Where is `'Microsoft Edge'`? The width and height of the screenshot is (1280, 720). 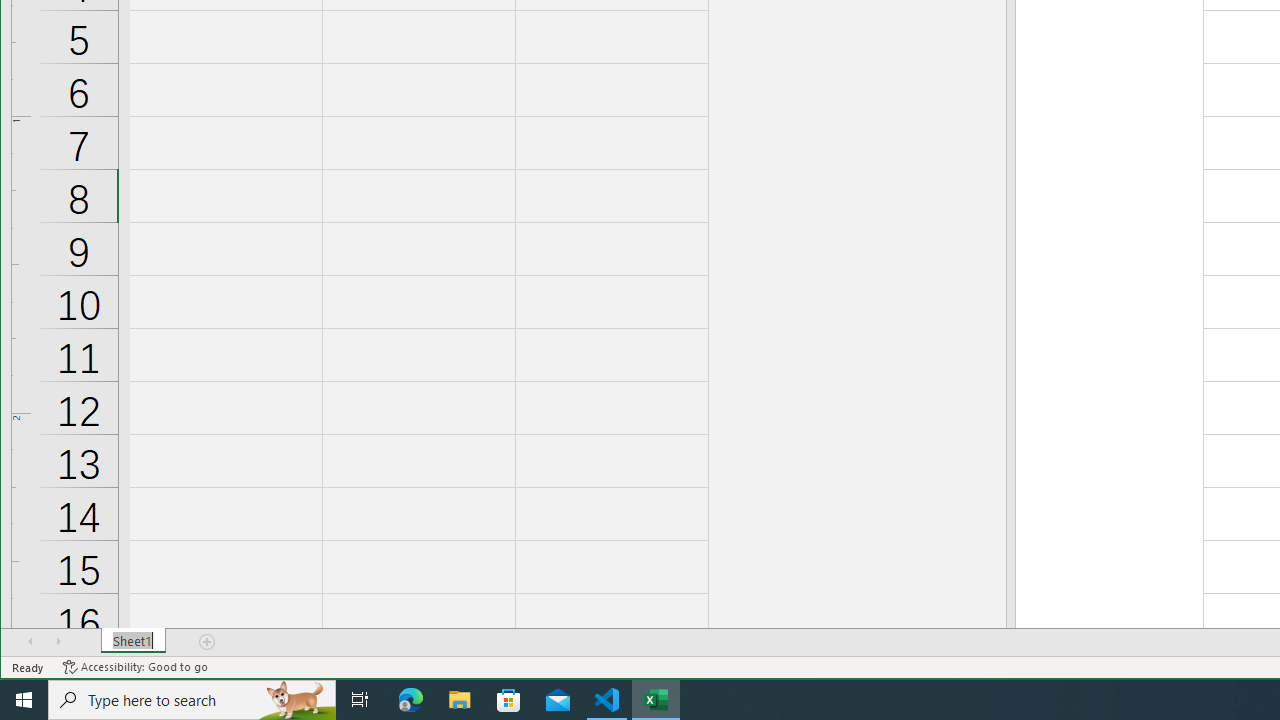 'Microsoft Edge' is located at coordinates (410, 698).